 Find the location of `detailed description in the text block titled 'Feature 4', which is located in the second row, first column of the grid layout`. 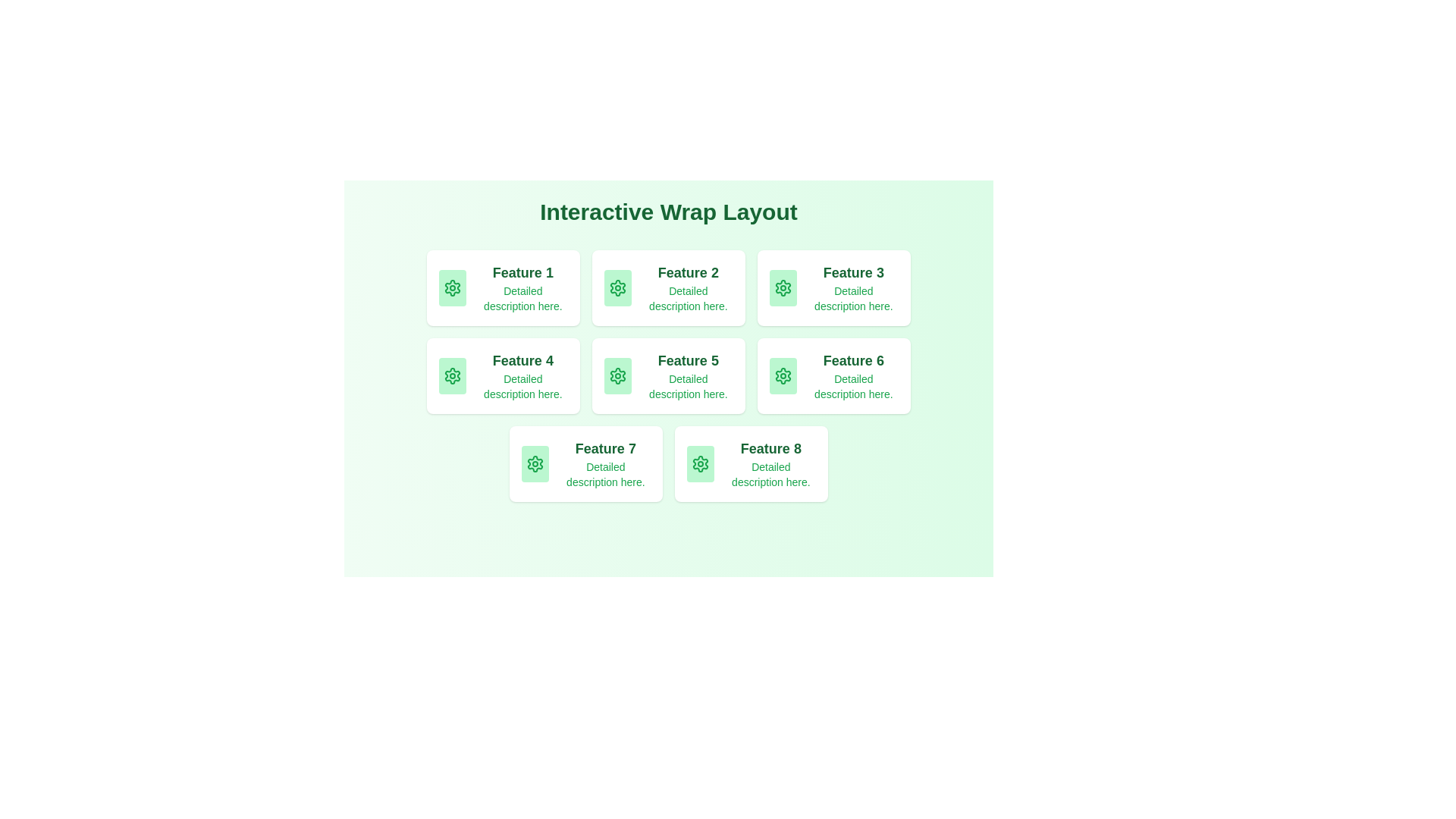

detailed description in the text block titled 'Feature 4', which is located in the second row, first column of the grid layout is located at coordinates (522, 375).